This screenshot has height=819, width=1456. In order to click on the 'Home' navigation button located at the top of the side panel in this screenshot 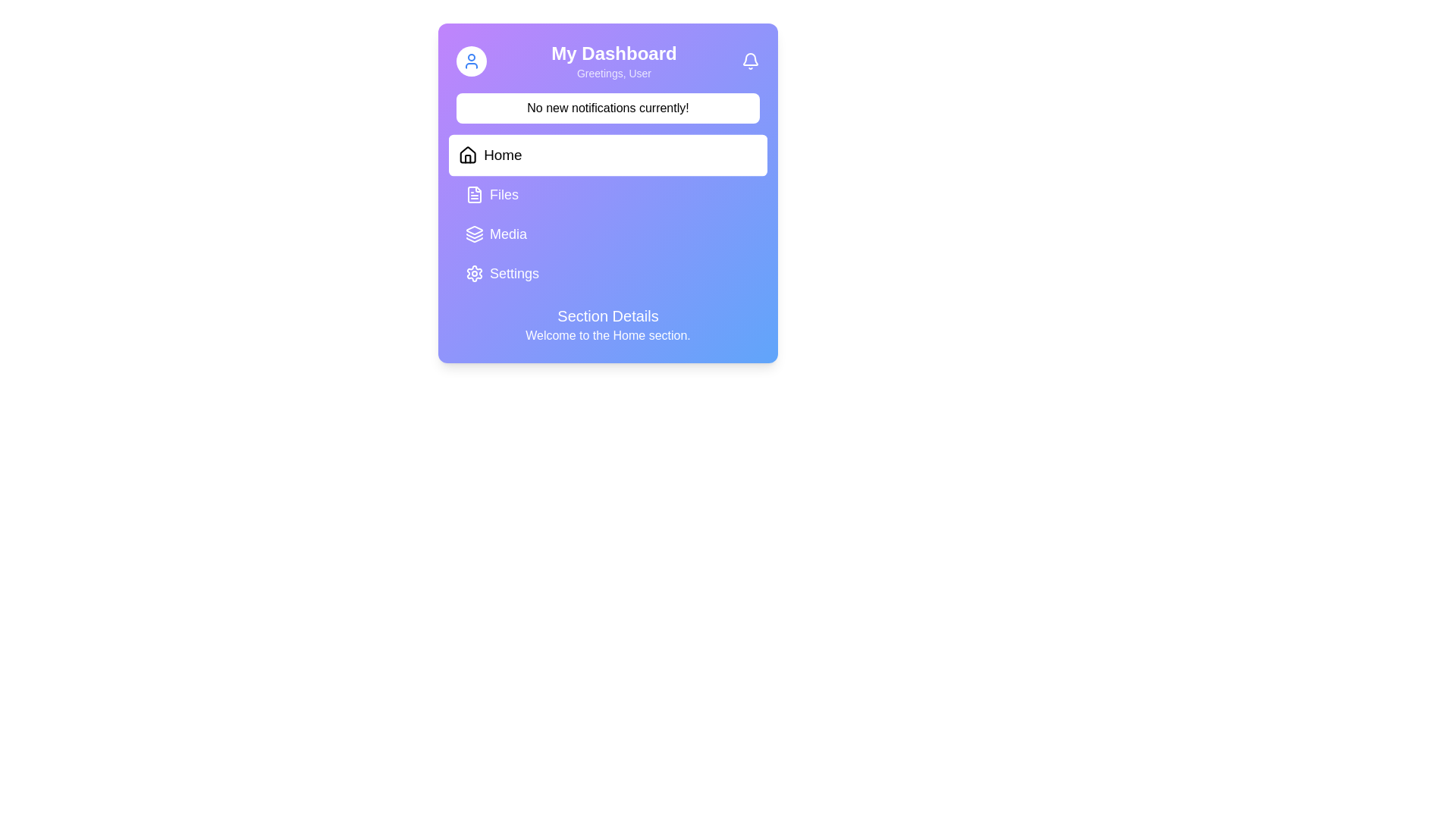, I will do `click(607, 155)`.